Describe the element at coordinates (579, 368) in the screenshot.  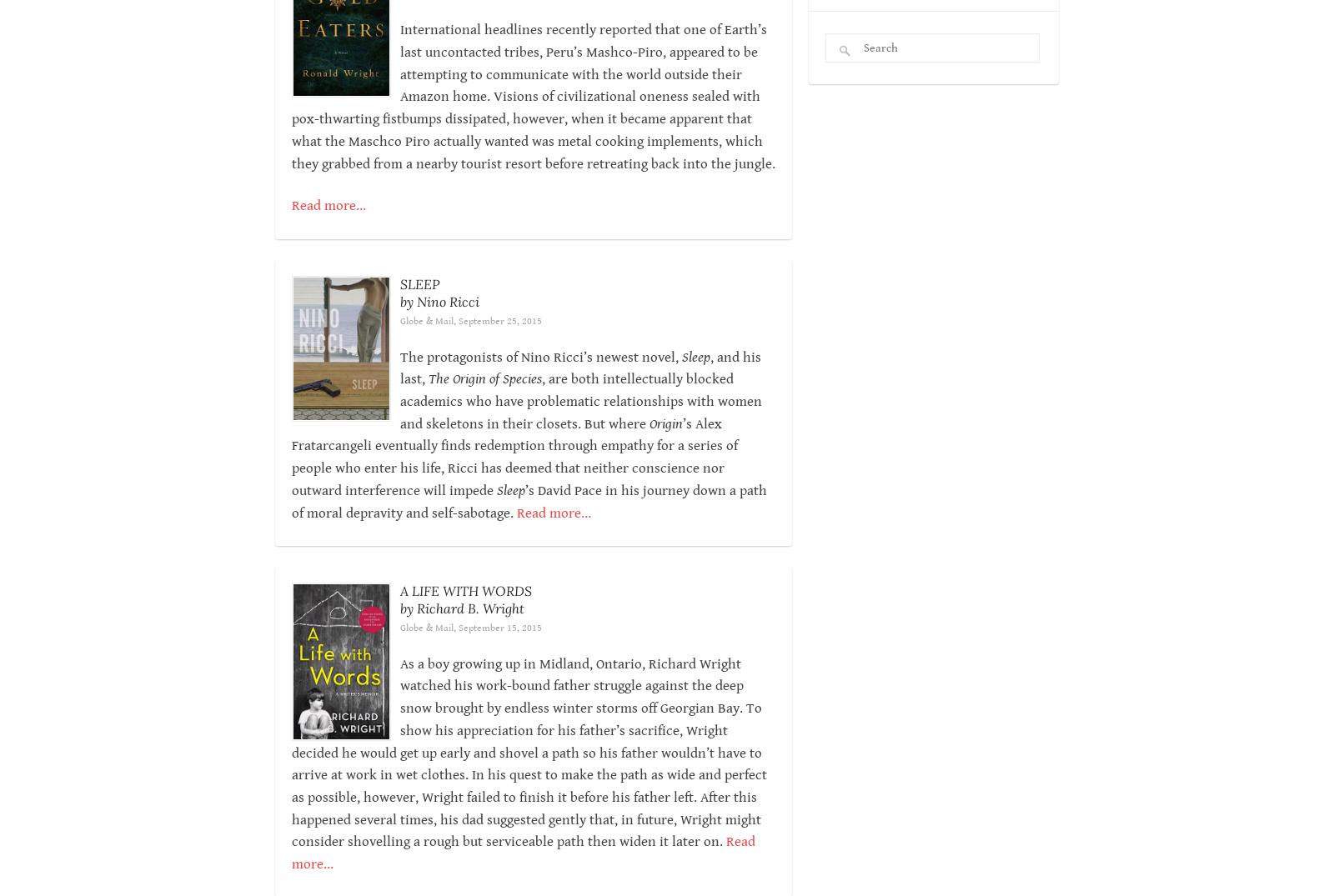
I see `', and his last,'` at that location.